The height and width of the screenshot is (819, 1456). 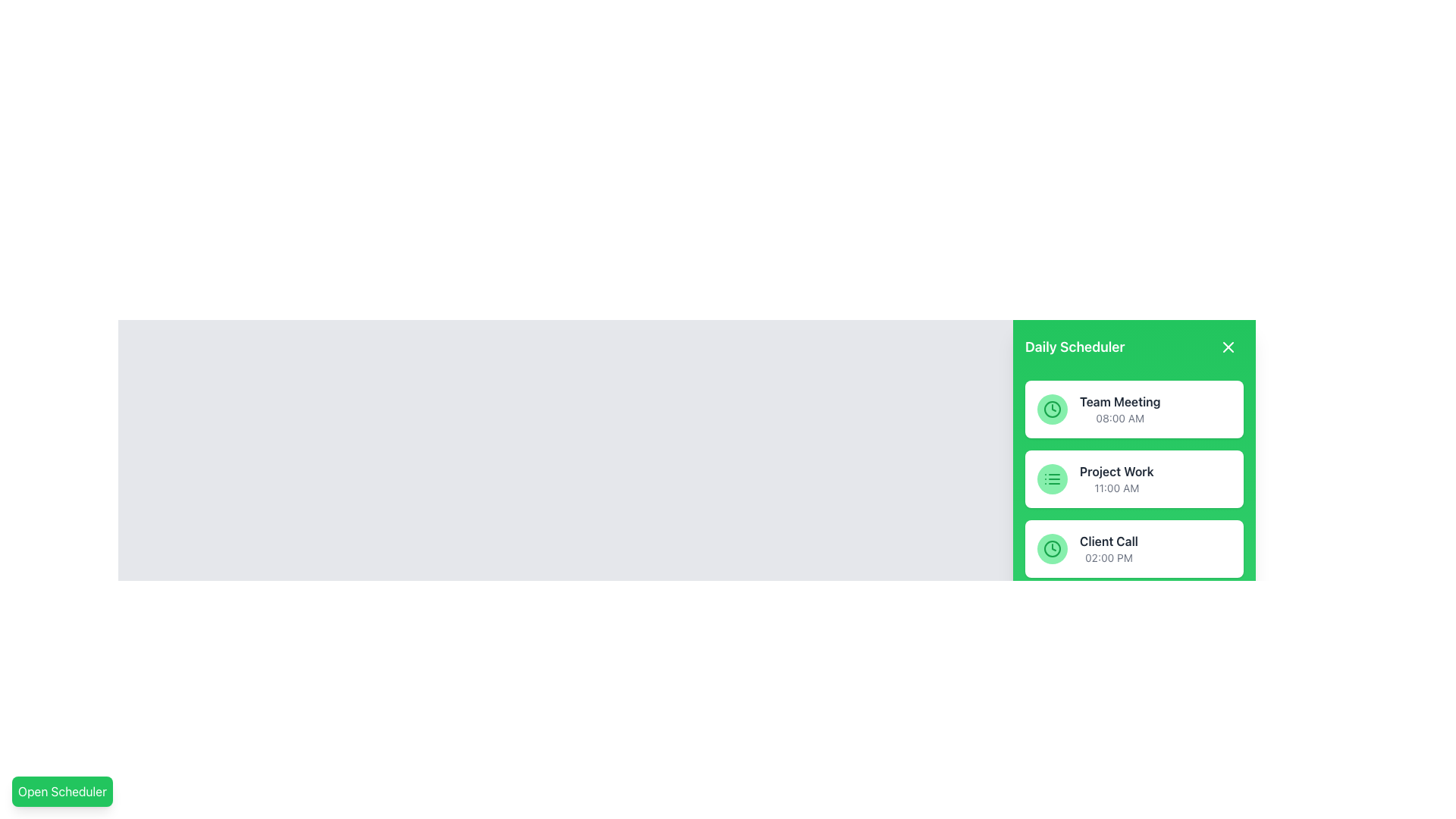 What do you see at coordinates (1051, 409) in the screenshot?
I see `the clock icon representing time for the 'Team Meeting' event in the 'Daily Scheduler' panel, located at the leftmost side of the event block` at bounding box center [1051, 409].